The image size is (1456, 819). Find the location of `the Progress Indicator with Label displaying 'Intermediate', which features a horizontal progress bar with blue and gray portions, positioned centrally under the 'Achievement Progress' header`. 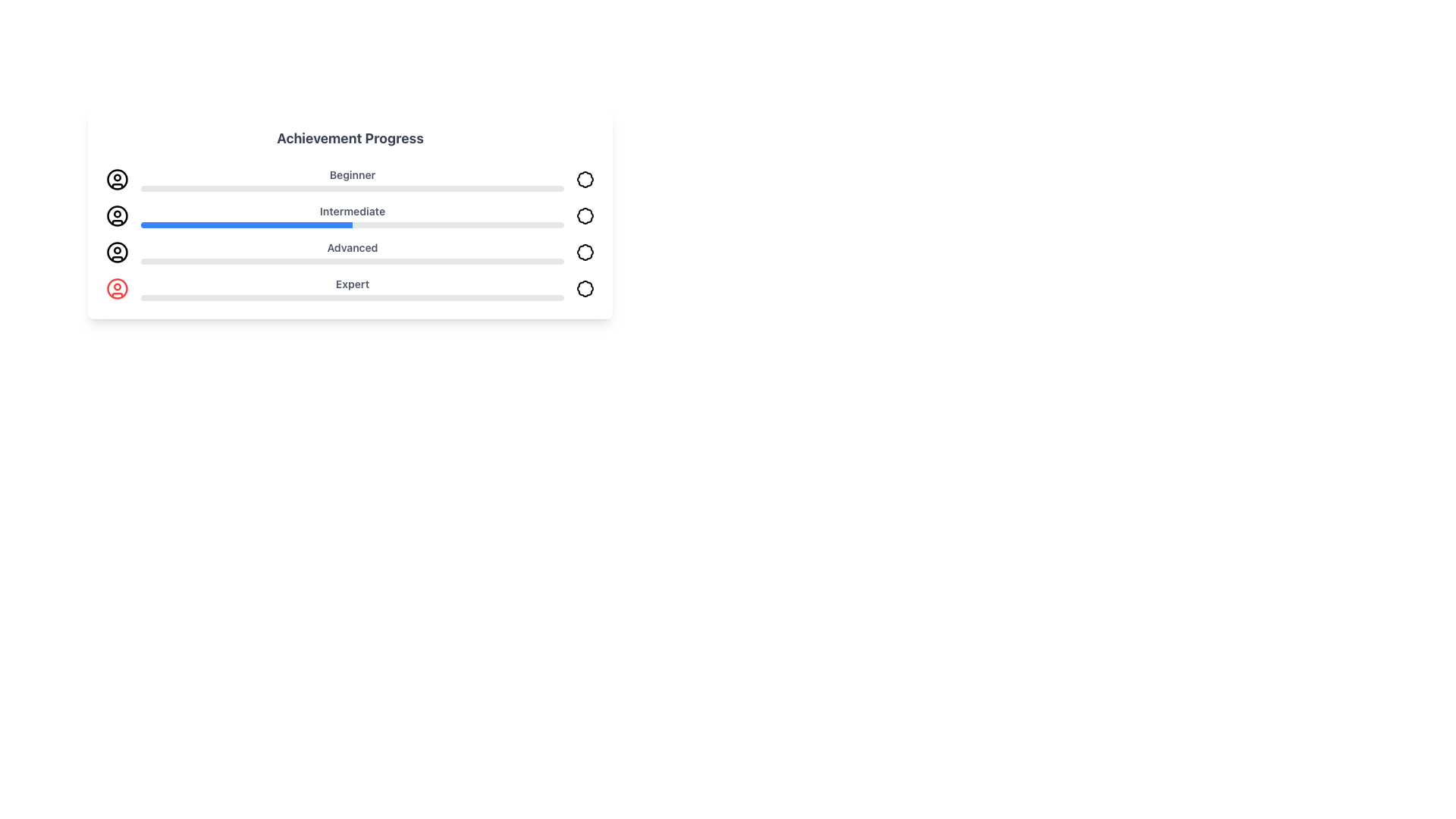

the Progress Indicator with Label displaying 'Intermediate', which features a horizontal progress bar with blue and gray portions, positioned centrally under the 'Achievement Progress' header is located at coordinates (352, 216).